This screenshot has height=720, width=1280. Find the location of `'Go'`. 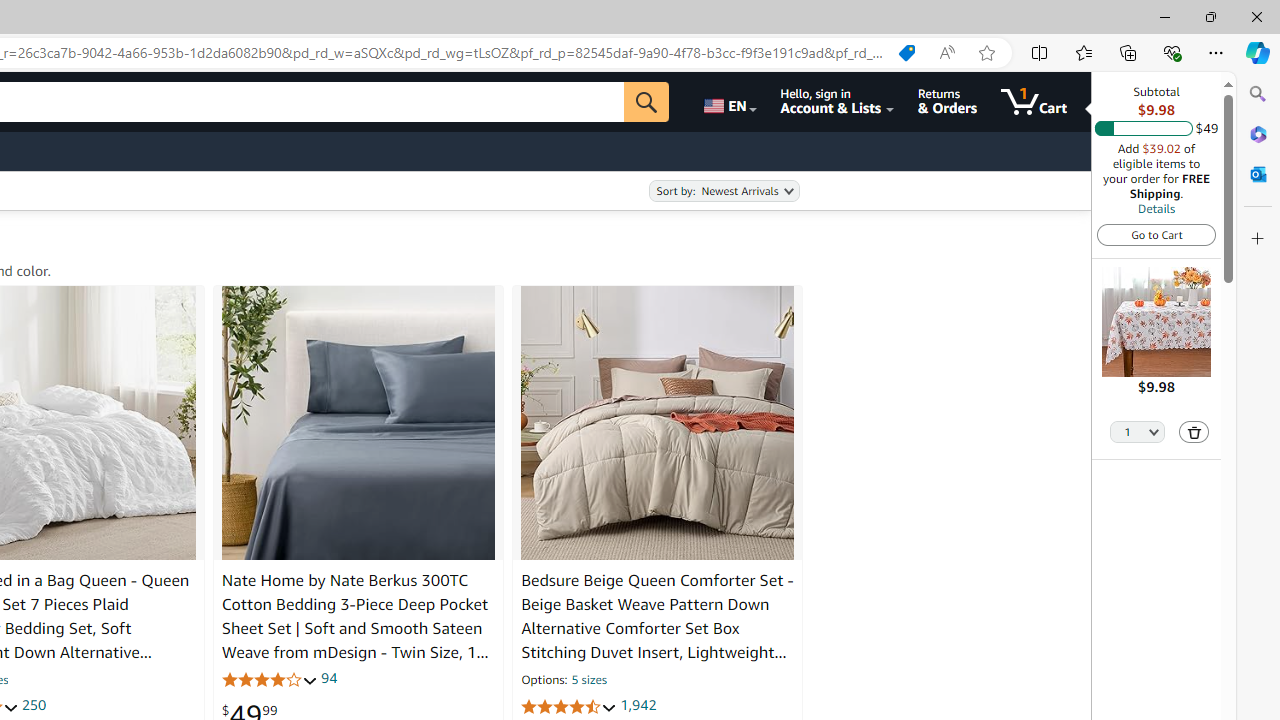

'Go' is located at coordinates (647, 101).